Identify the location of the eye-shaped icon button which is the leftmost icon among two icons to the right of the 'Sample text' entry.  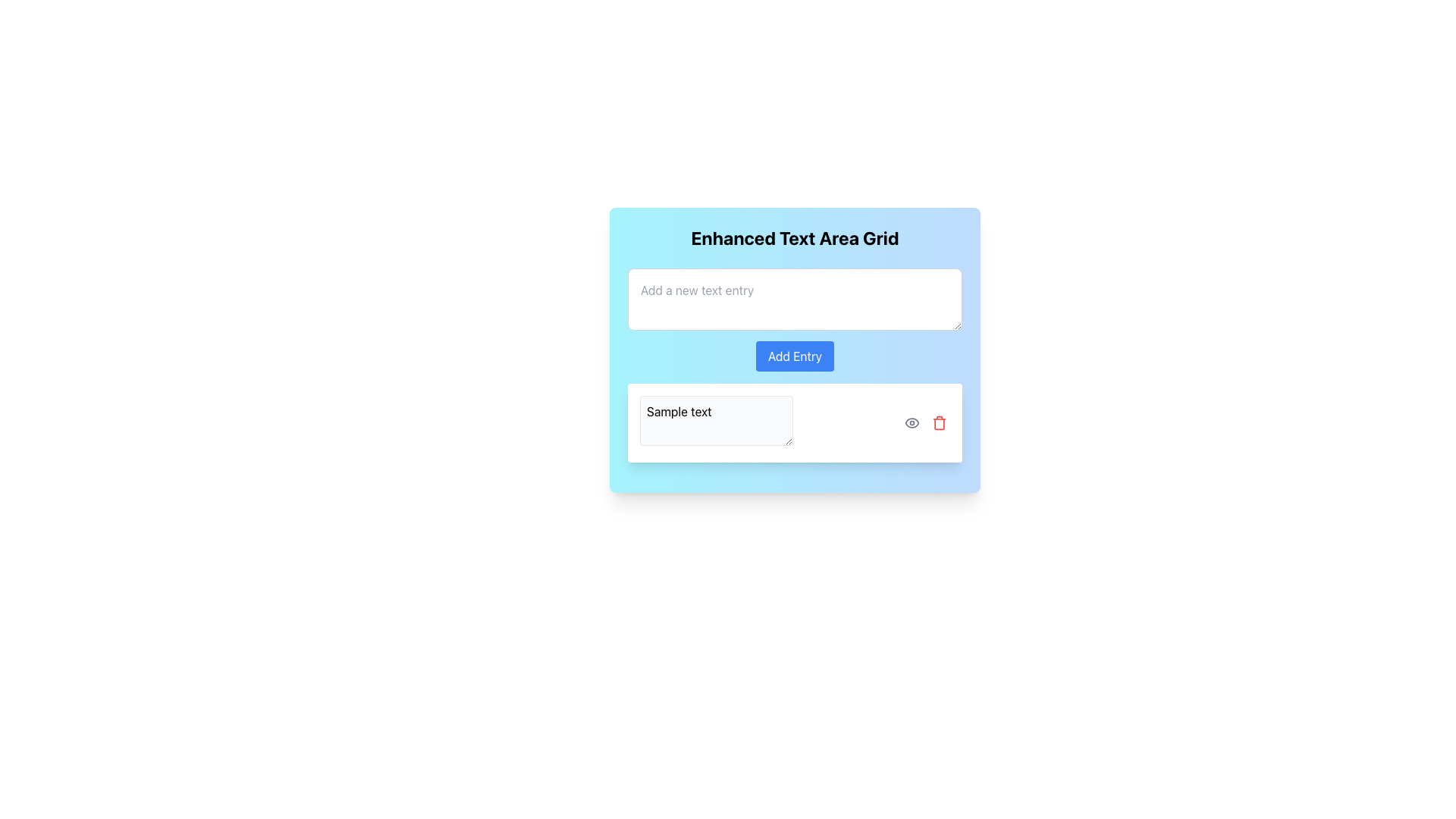
(912, 423).